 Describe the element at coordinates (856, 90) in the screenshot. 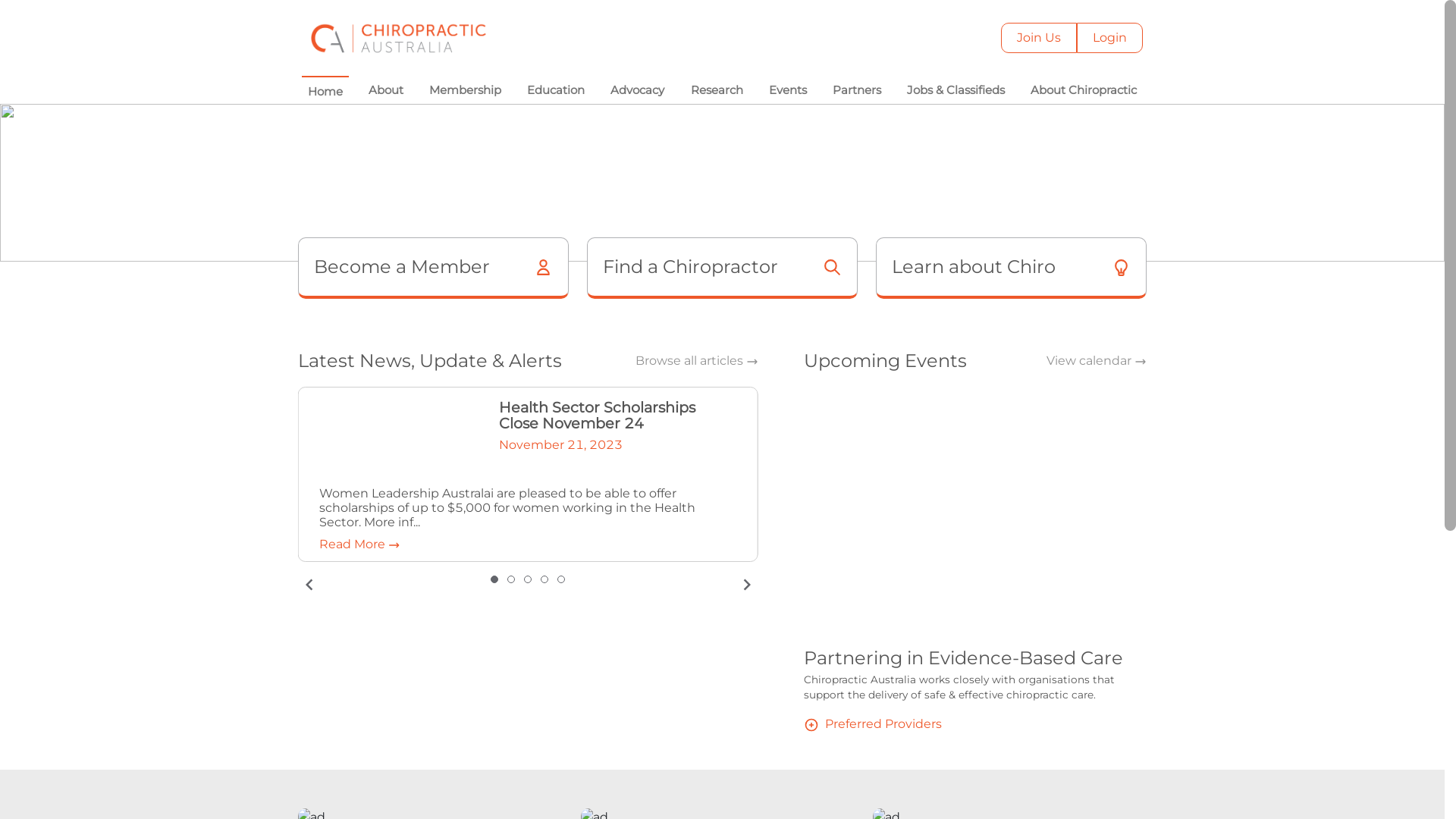

I see `'Partners'` at that location.